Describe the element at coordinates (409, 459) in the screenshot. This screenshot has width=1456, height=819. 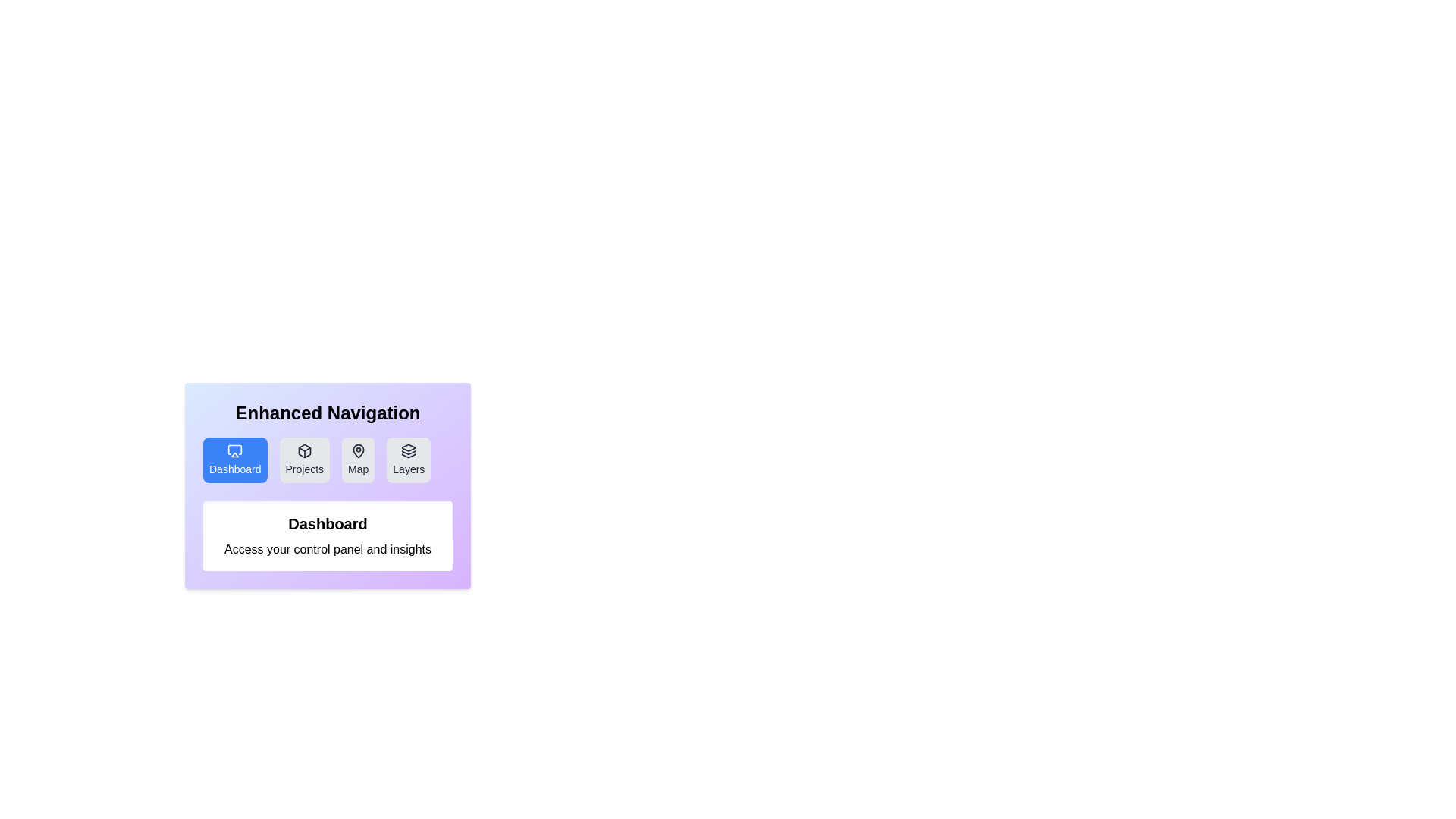
I see `the tab labeled Layers to observe its hover effect` at that location.